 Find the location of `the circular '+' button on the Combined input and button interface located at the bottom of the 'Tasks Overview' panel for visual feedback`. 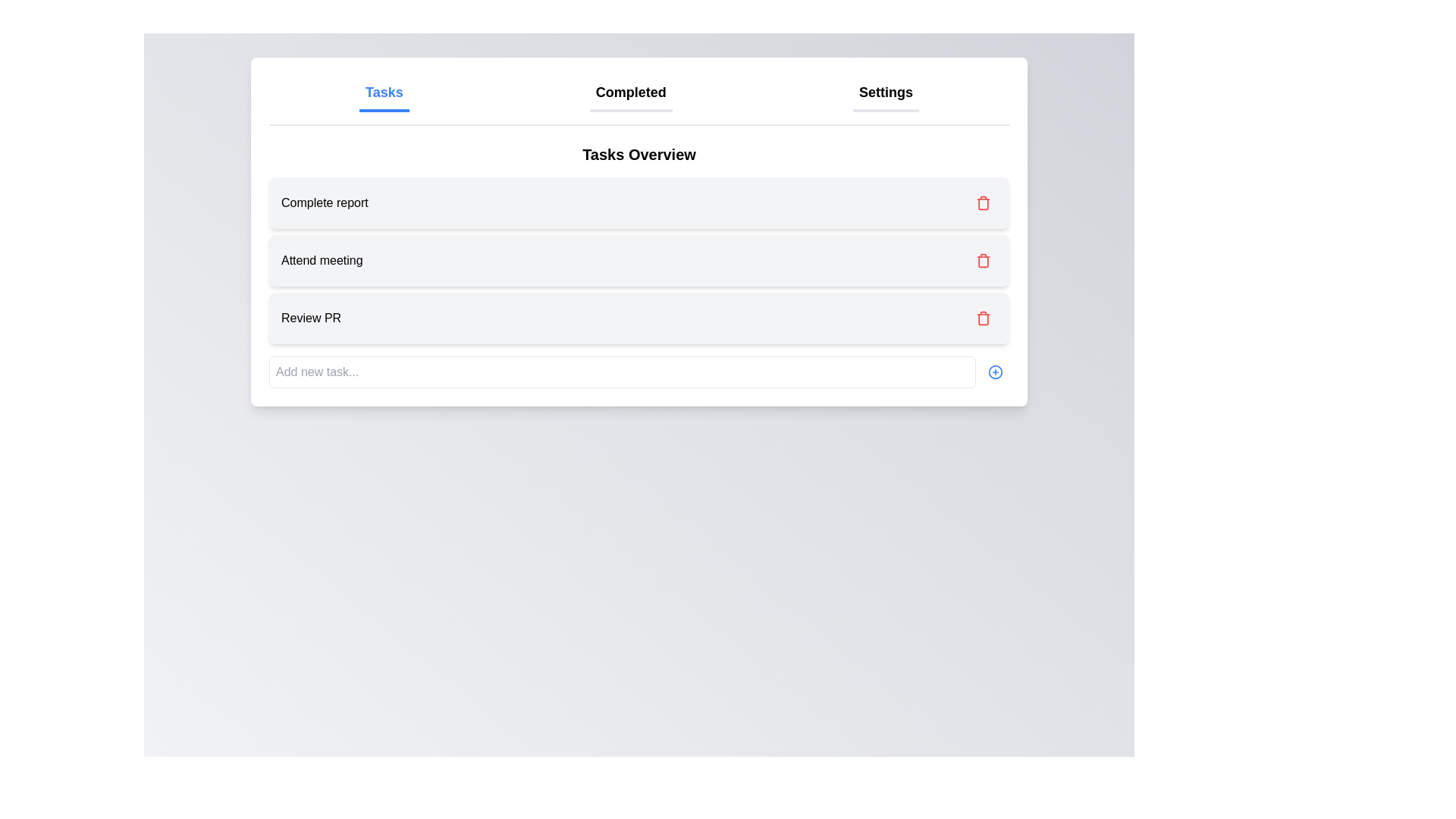

the circular '+' button on the Combined input and button interface located at the bottom of the 'Tasks Overview' panel for visual feedback is located at coordinates (639, 372).